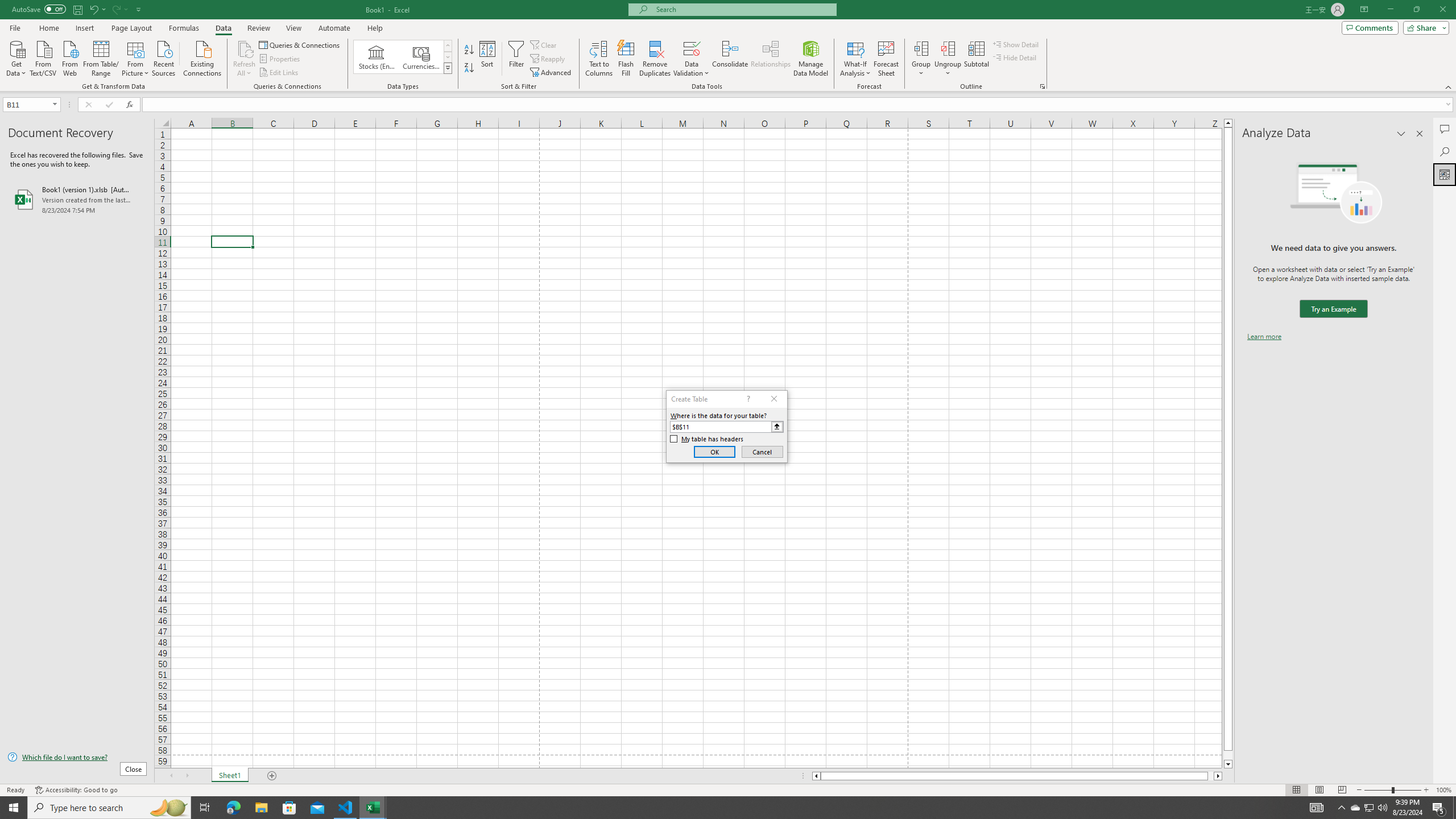 The image size is (1456, 819). Describe the element at coordinates (69, 57) in the screenshot. I see `'From Web'` at that location.